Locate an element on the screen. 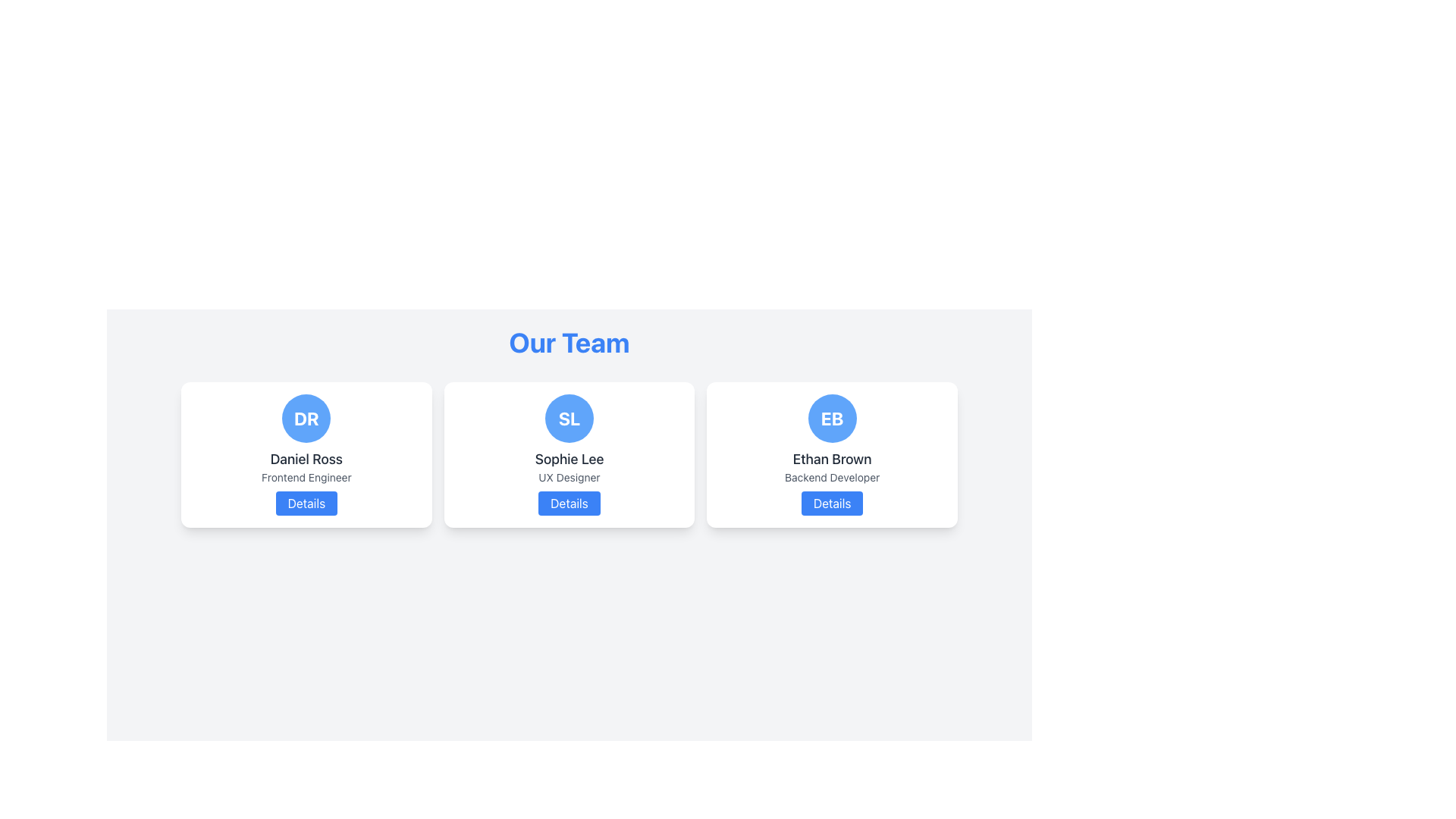 The width and height of the screenshot is (1456, 819). the informational label indicating the job title of 'Sophie Lee', which is positioned below the 'Sophie Lee' text and above the 'Details' button is located at coordinates (568, 476).